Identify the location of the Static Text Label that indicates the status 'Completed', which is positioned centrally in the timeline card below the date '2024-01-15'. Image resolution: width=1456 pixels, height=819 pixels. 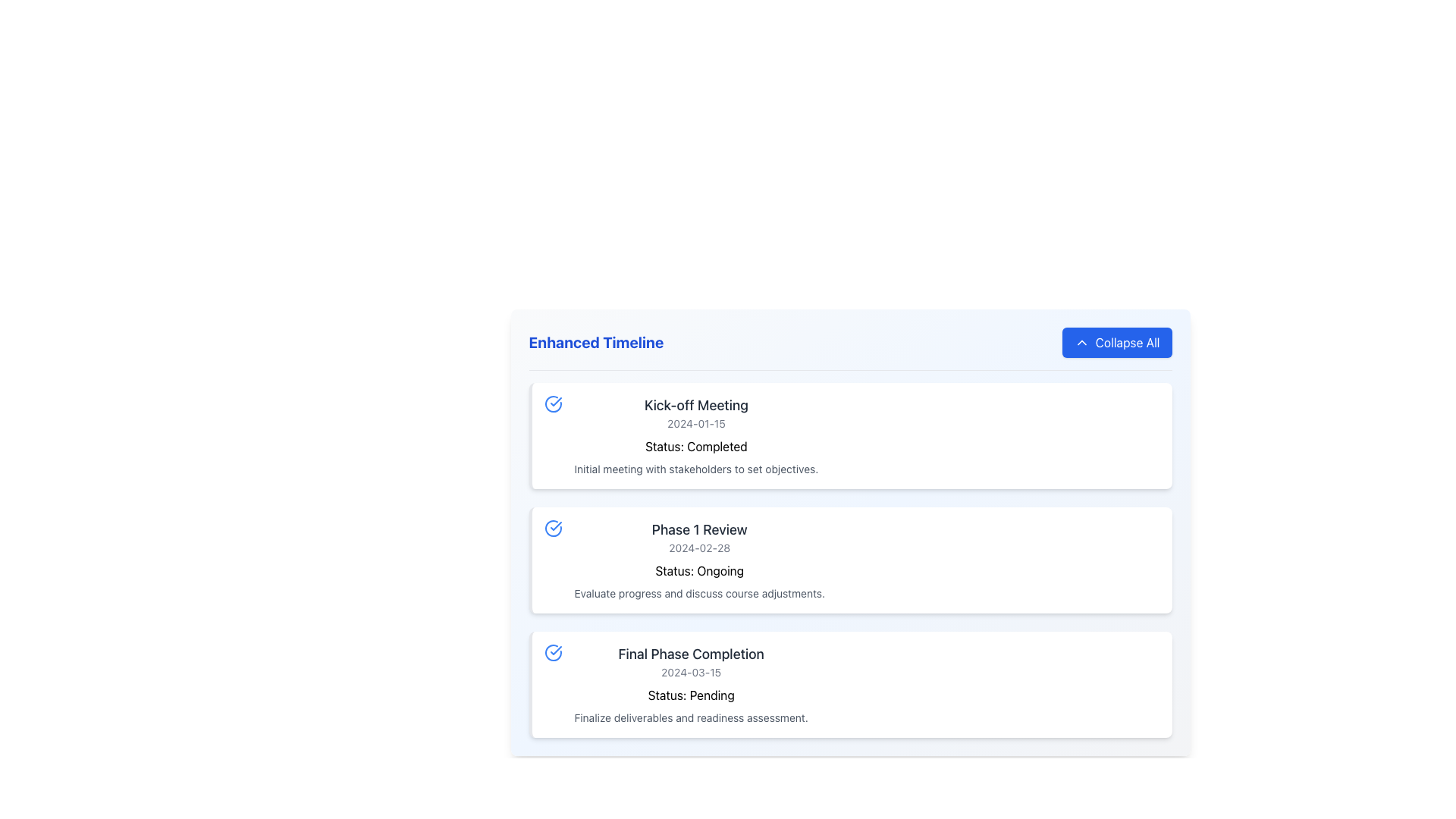
(695, 444).